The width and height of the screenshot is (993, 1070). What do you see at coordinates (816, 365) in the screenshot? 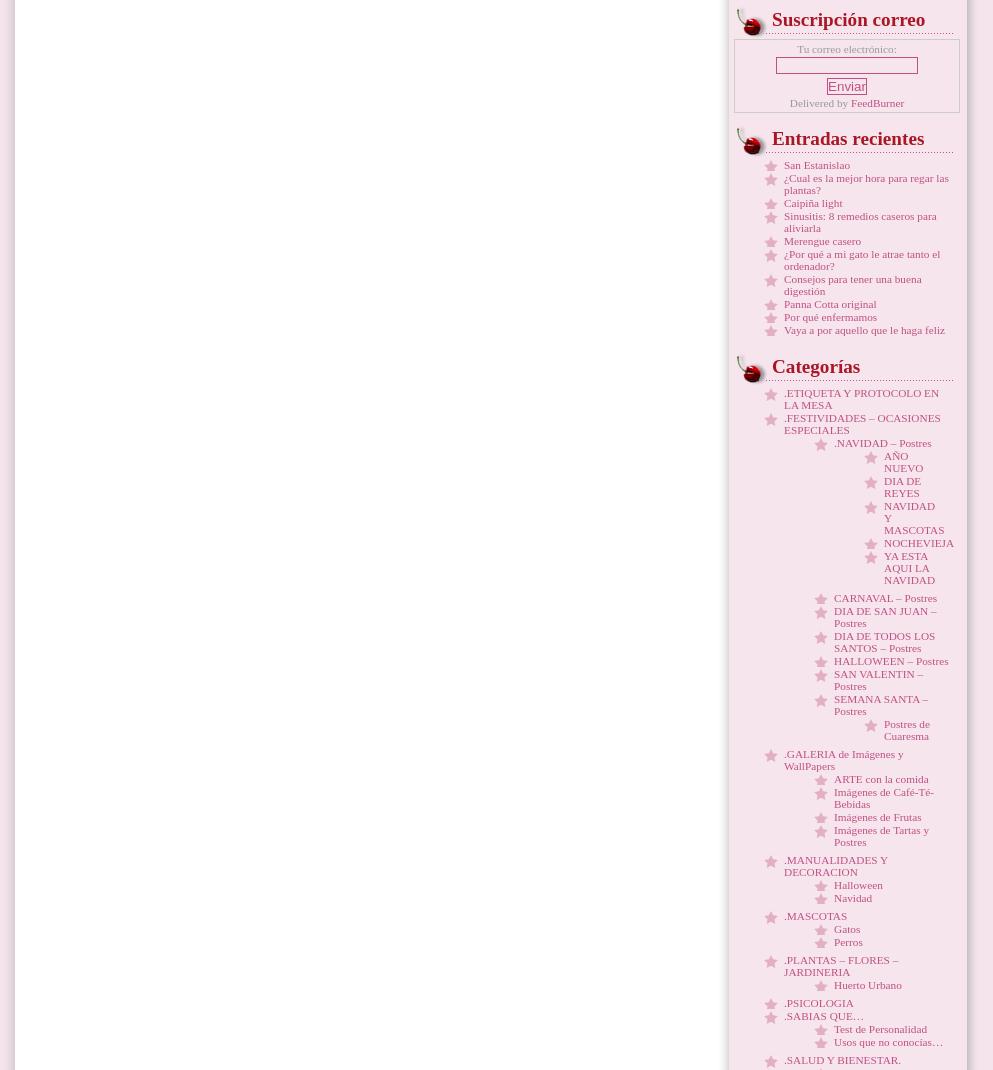
I see `'Categorías'` at bounding box center [816, 365].